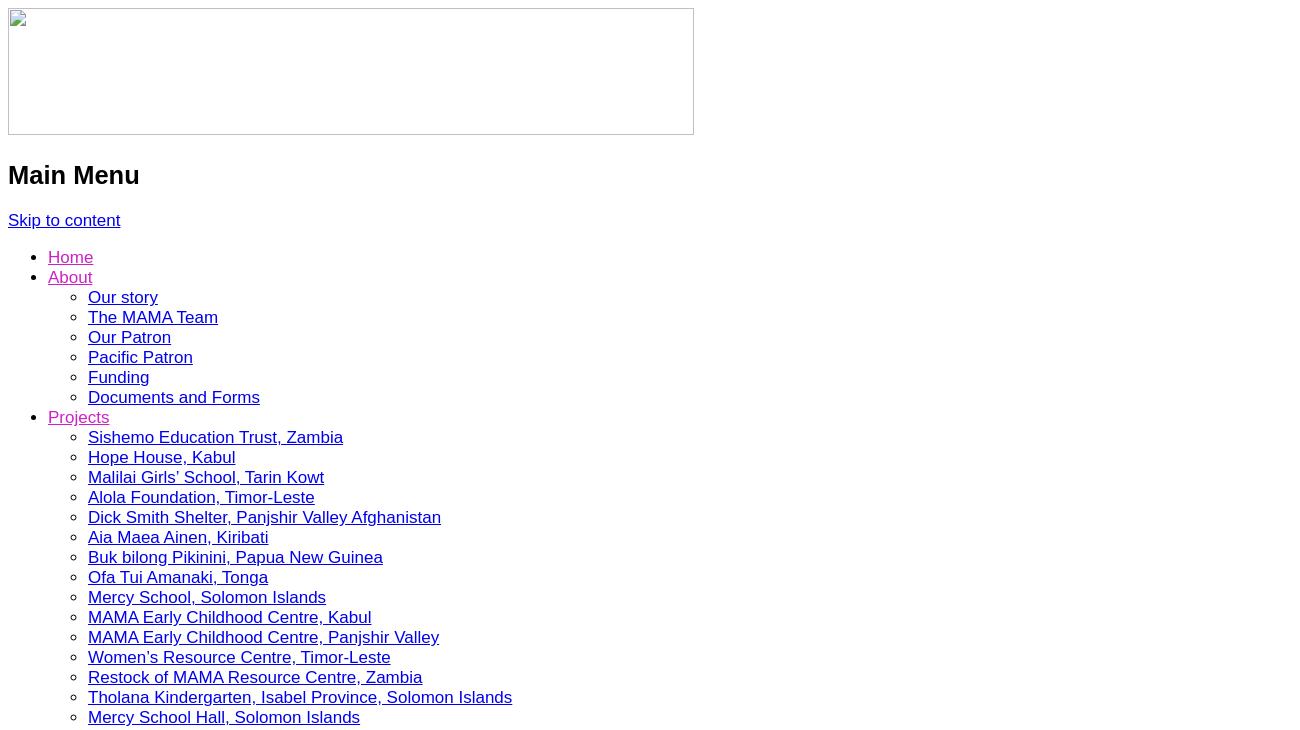 The height and width of the screenshot is (730, 1300). I want to click on 'Projects', so click(78, 416).